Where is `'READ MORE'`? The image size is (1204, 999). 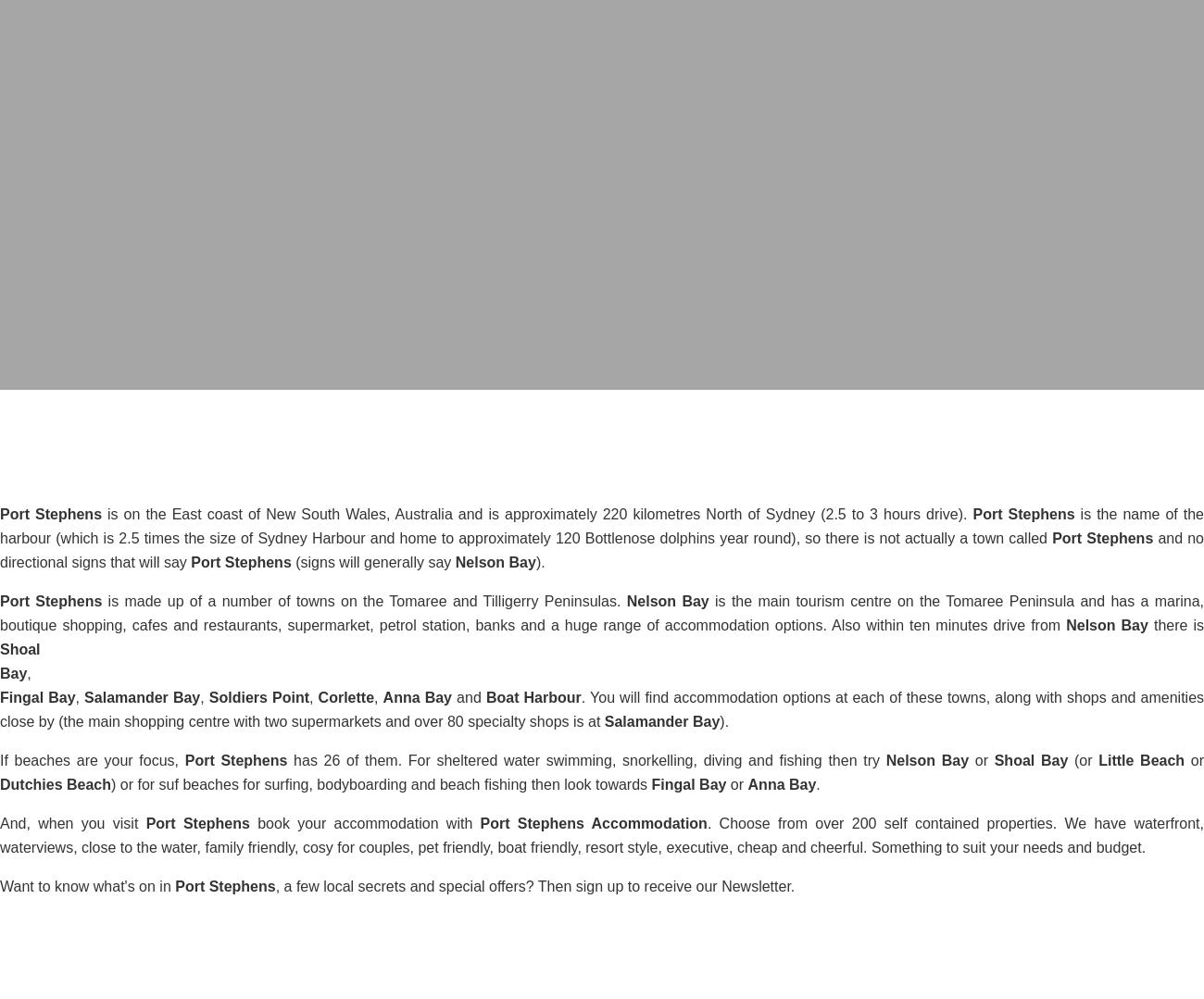 'READ MORE' is located at coordinates (1071, 177).